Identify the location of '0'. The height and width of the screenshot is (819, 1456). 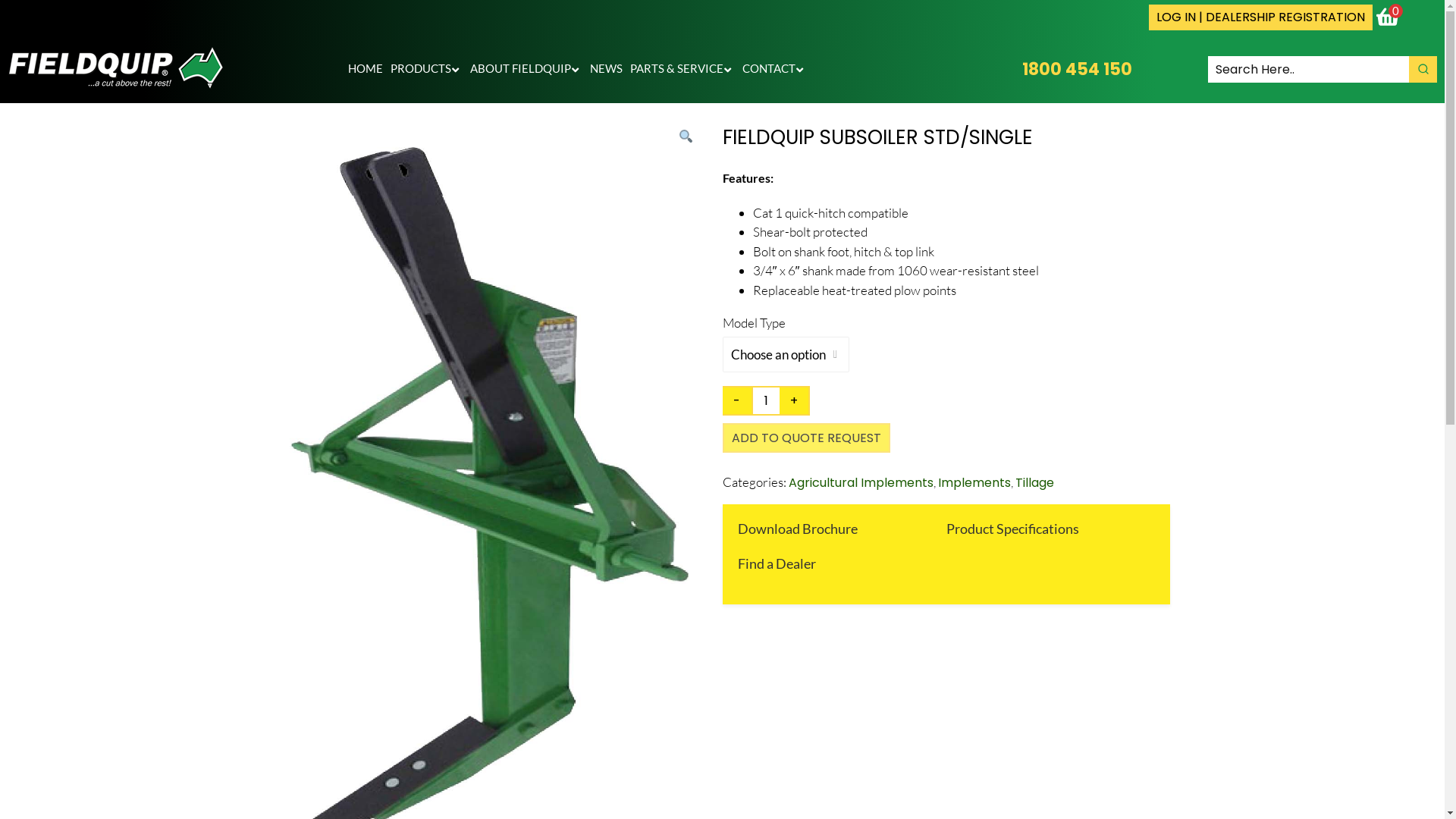
(1389, 17).